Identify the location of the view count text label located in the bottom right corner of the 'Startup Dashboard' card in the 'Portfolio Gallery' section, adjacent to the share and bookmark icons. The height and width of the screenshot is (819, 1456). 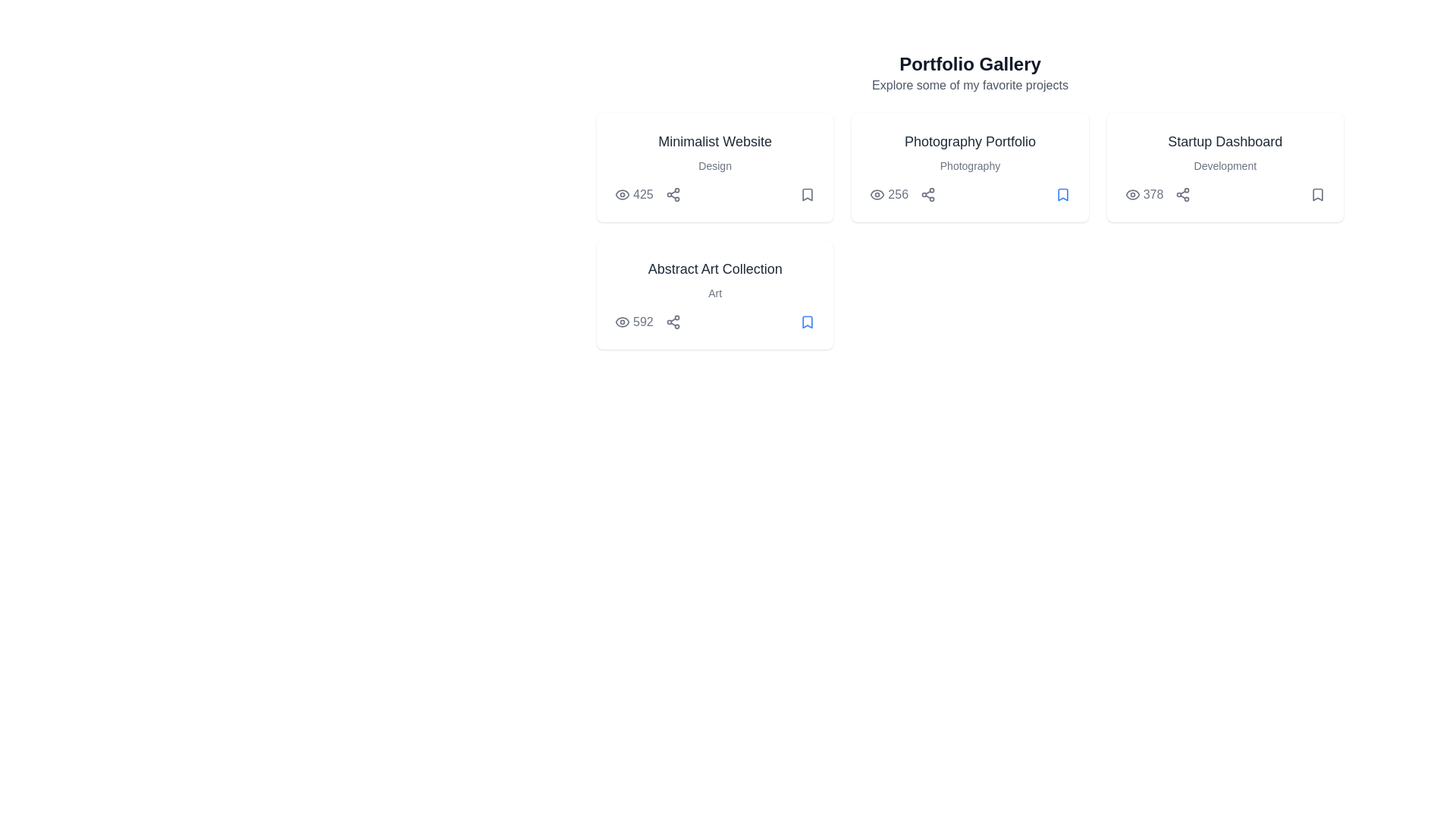
(1144, 194).